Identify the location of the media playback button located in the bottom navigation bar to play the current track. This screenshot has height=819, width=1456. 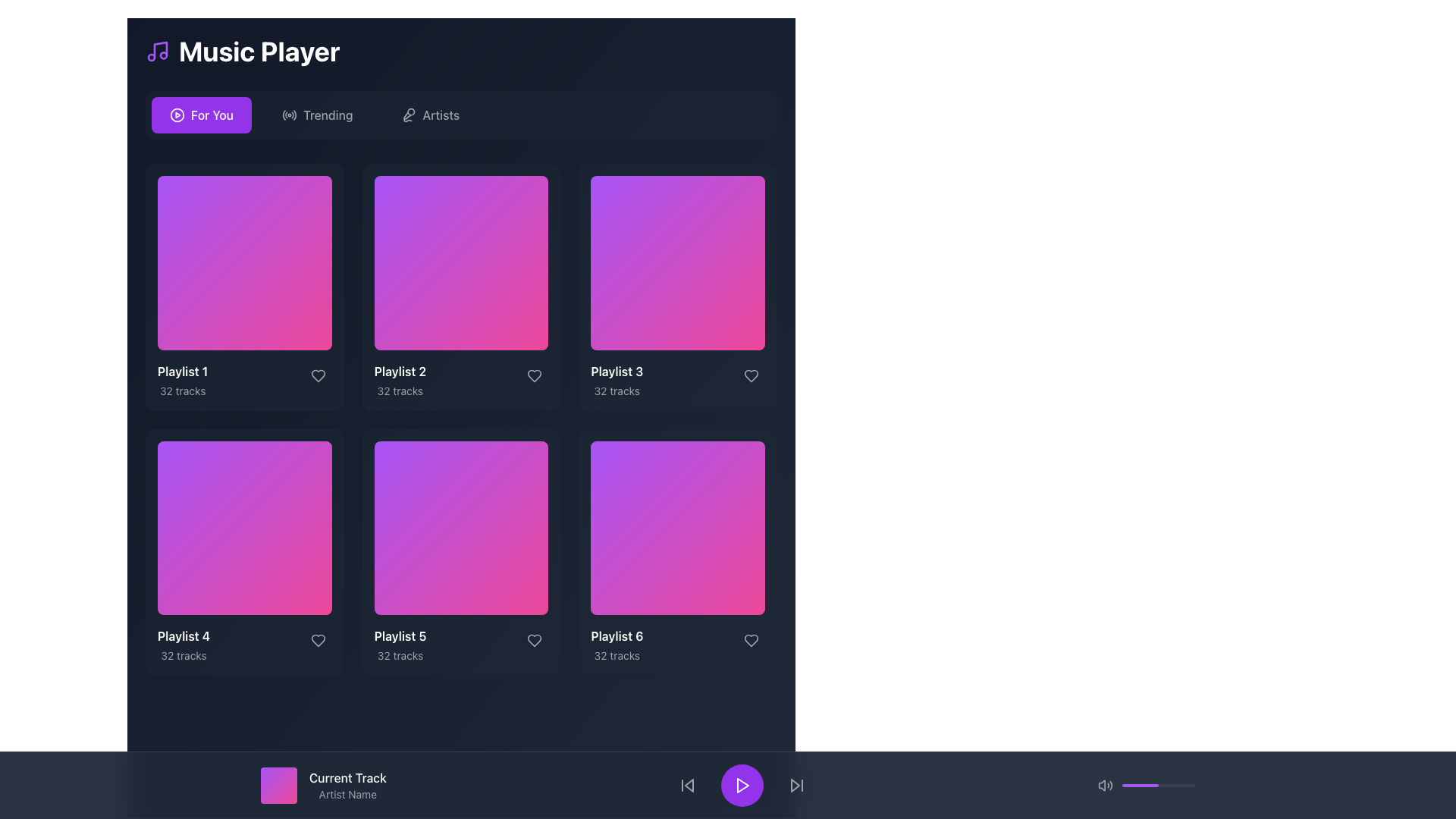
(742, 785).